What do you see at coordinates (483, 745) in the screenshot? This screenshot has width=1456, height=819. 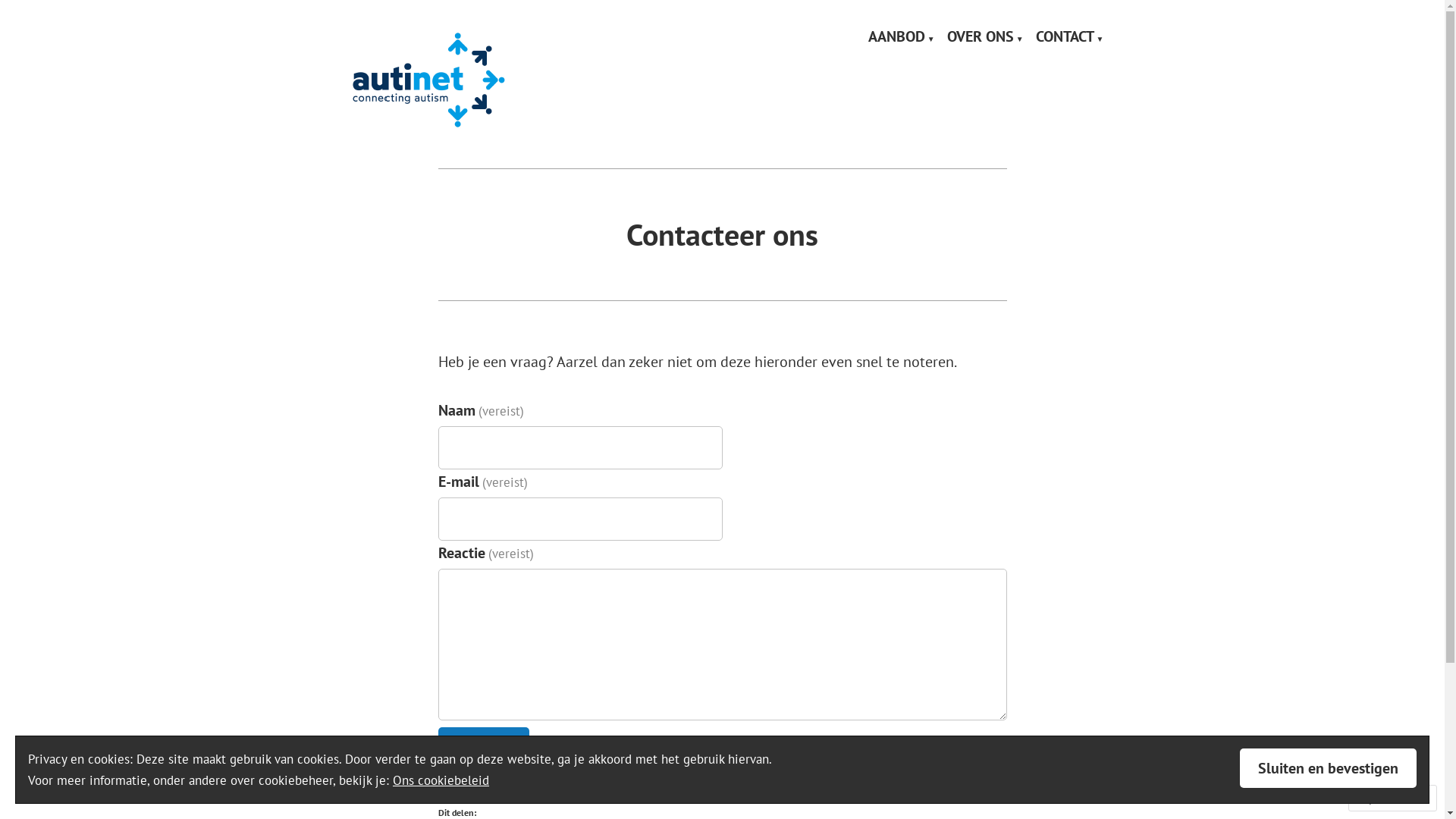 I see `'Verstuur'` at bounding box center [483, 745].